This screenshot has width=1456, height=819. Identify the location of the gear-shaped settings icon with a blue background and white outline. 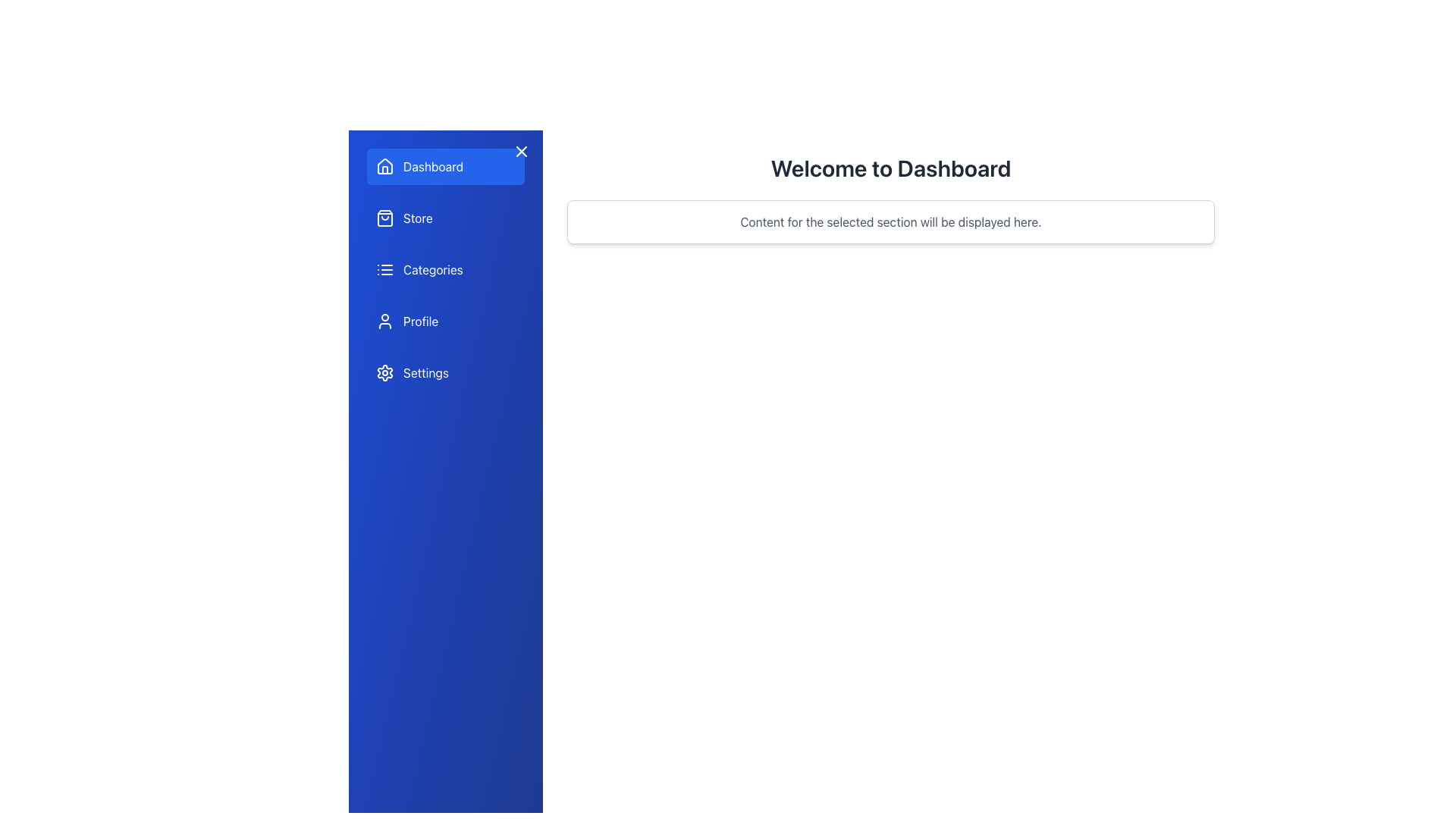
(385, 373).